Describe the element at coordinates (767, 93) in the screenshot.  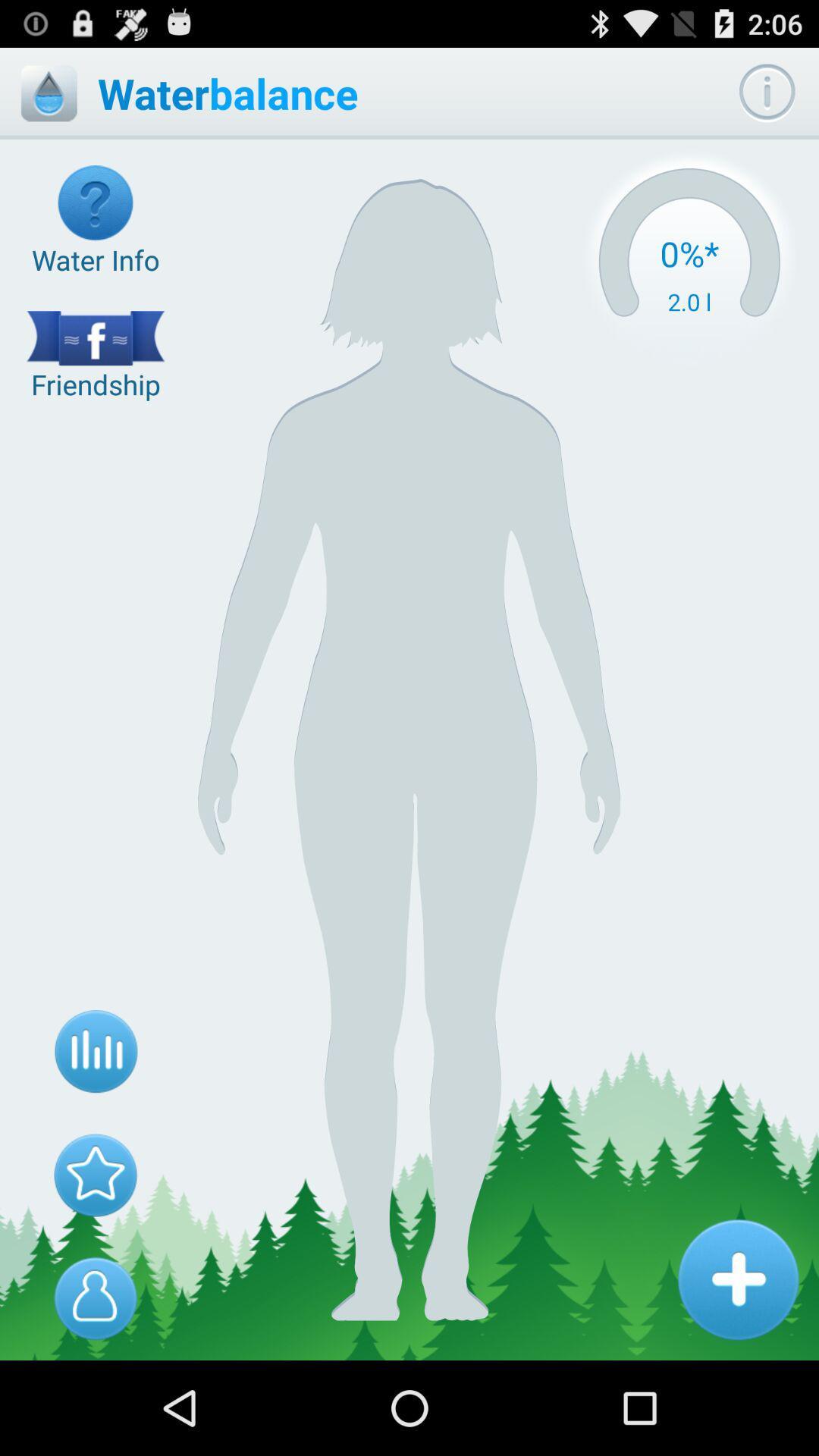
I see `app next to the waterbalance item` at that location.